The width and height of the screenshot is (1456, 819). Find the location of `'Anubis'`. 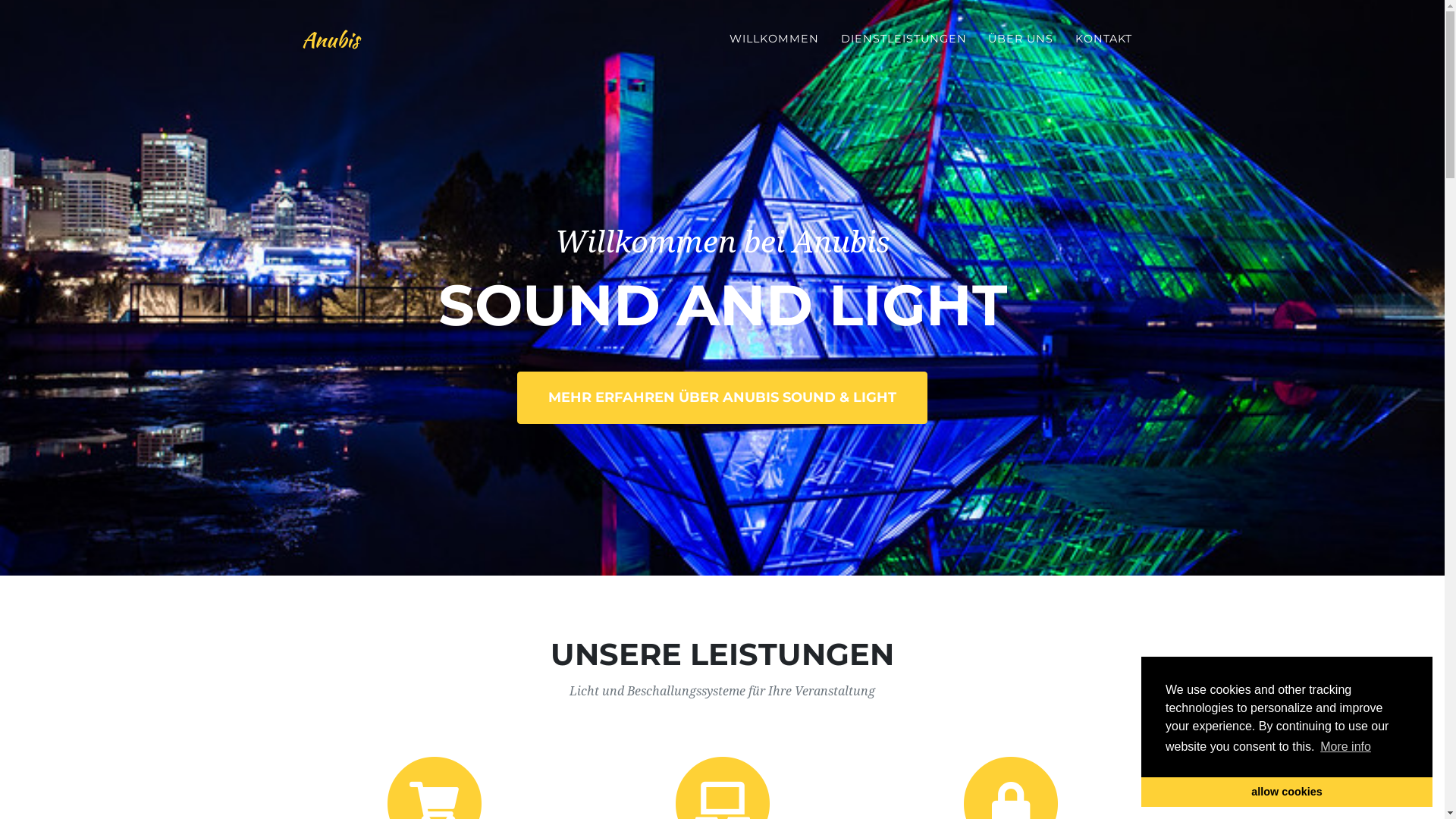

'Anubis' is located at coordinates (330, 38).